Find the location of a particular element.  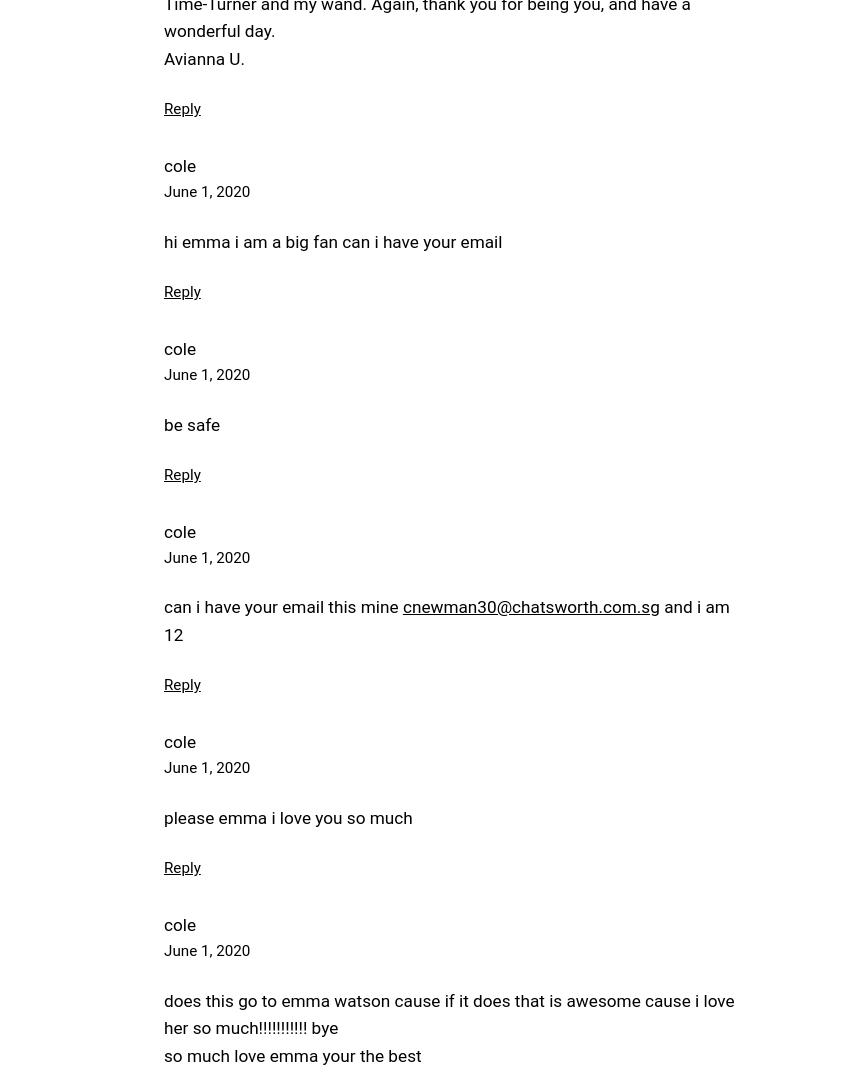

'can i have your email this mine' is located at coordinates (281, 607).